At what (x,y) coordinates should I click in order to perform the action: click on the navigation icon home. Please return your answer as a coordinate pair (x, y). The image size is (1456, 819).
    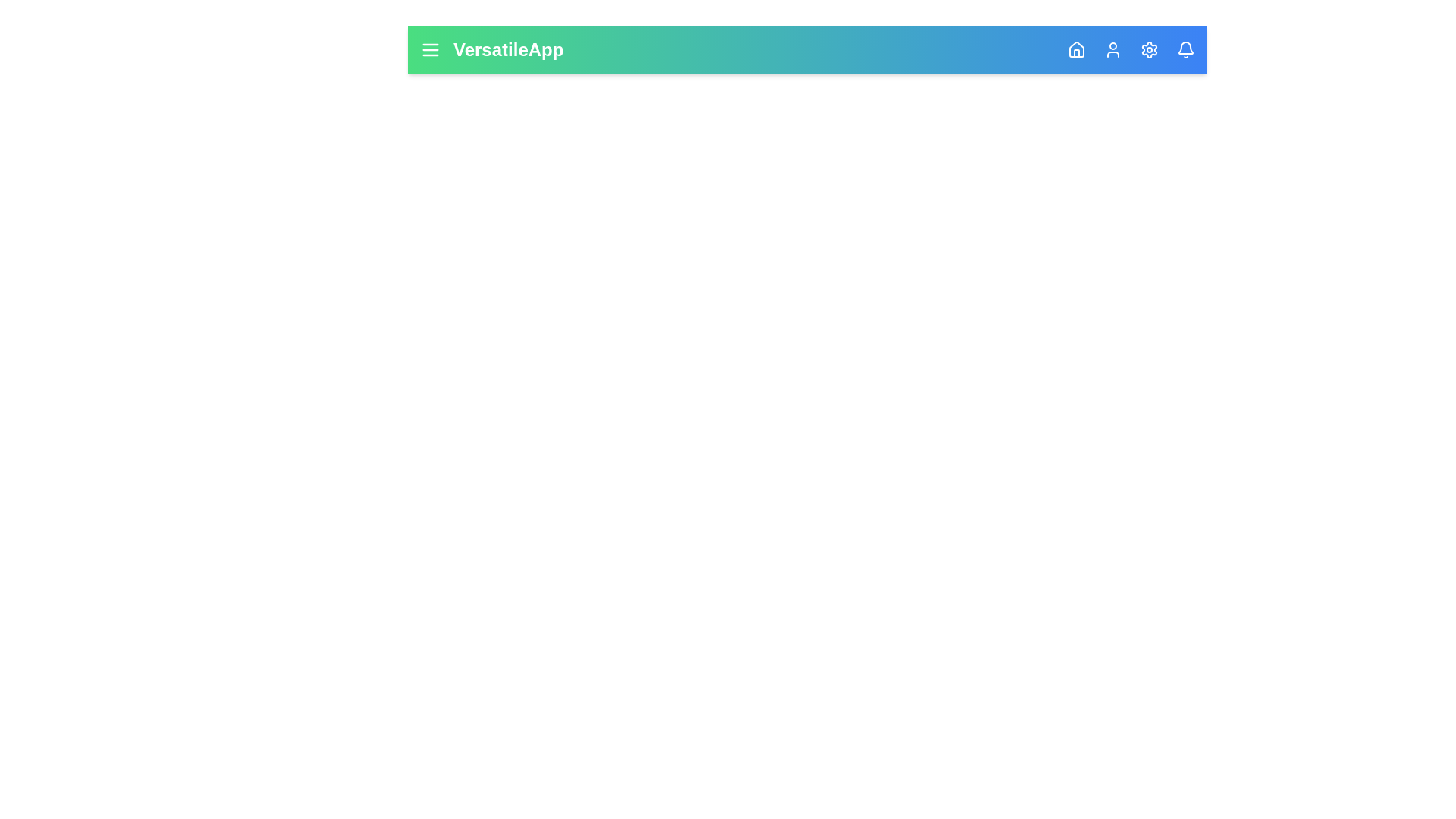
    Looking at the image, I should click on (1076, 49).